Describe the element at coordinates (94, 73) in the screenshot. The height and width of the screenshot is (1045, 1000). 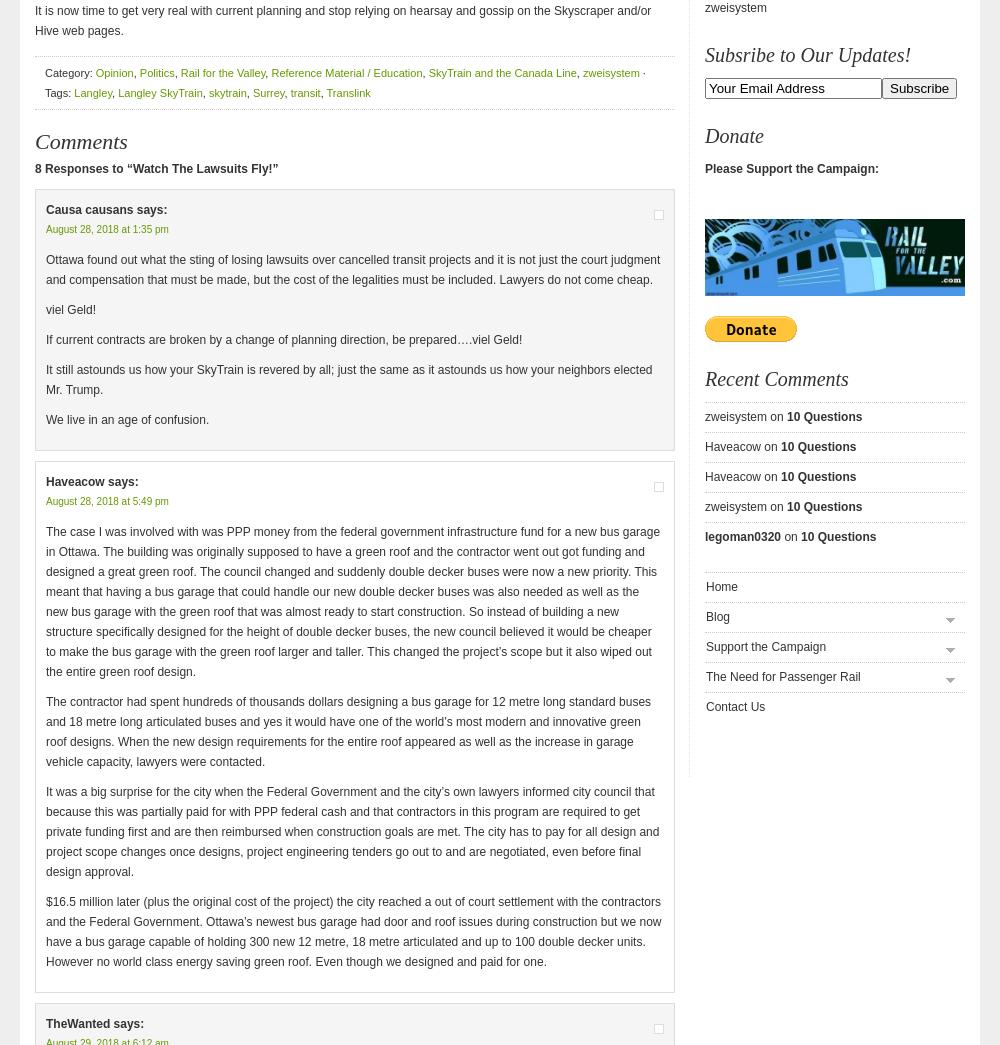
I see `'Opinion'` at that location.